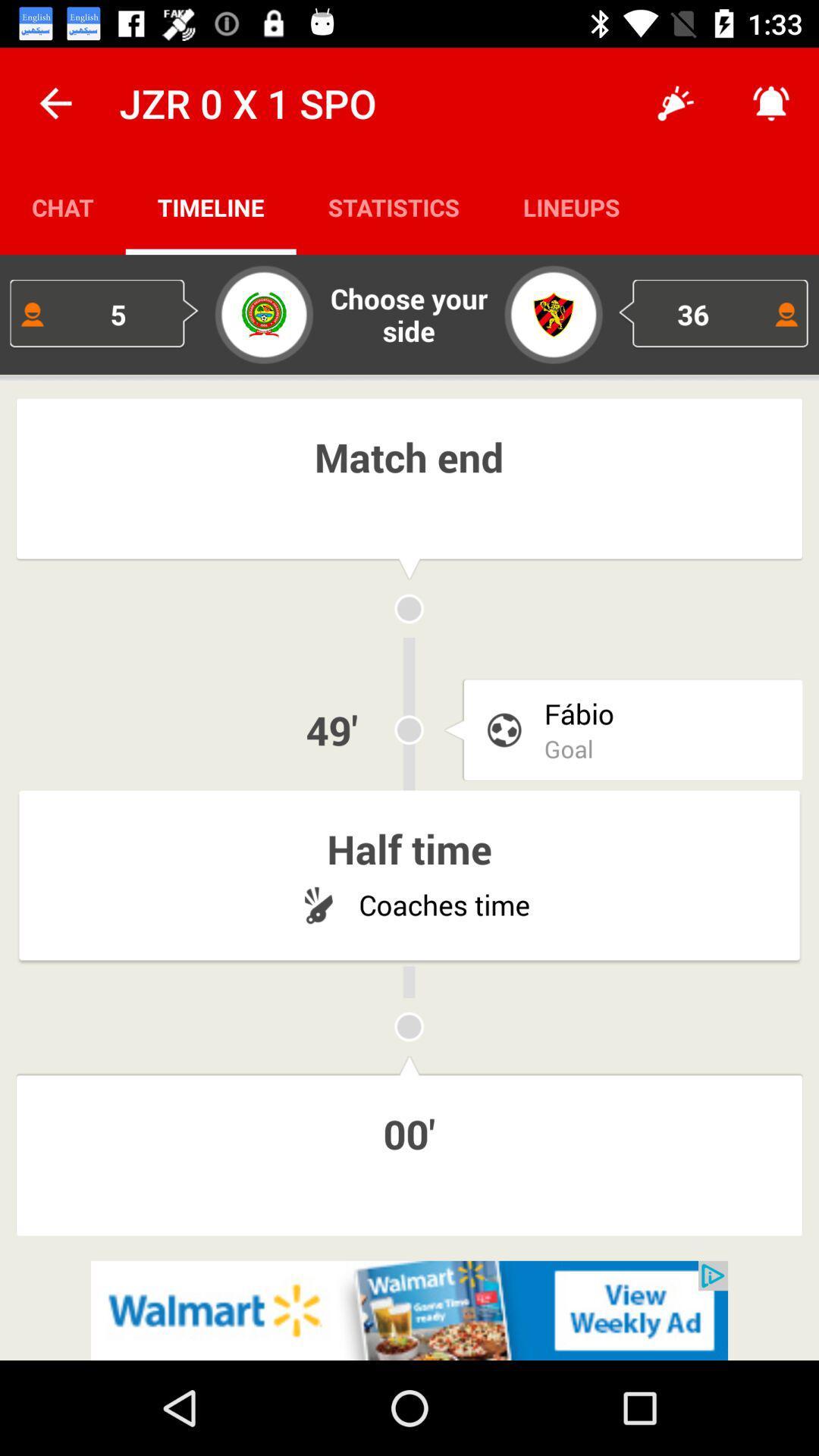  I want to click on advertisement, so click(409, 1310).